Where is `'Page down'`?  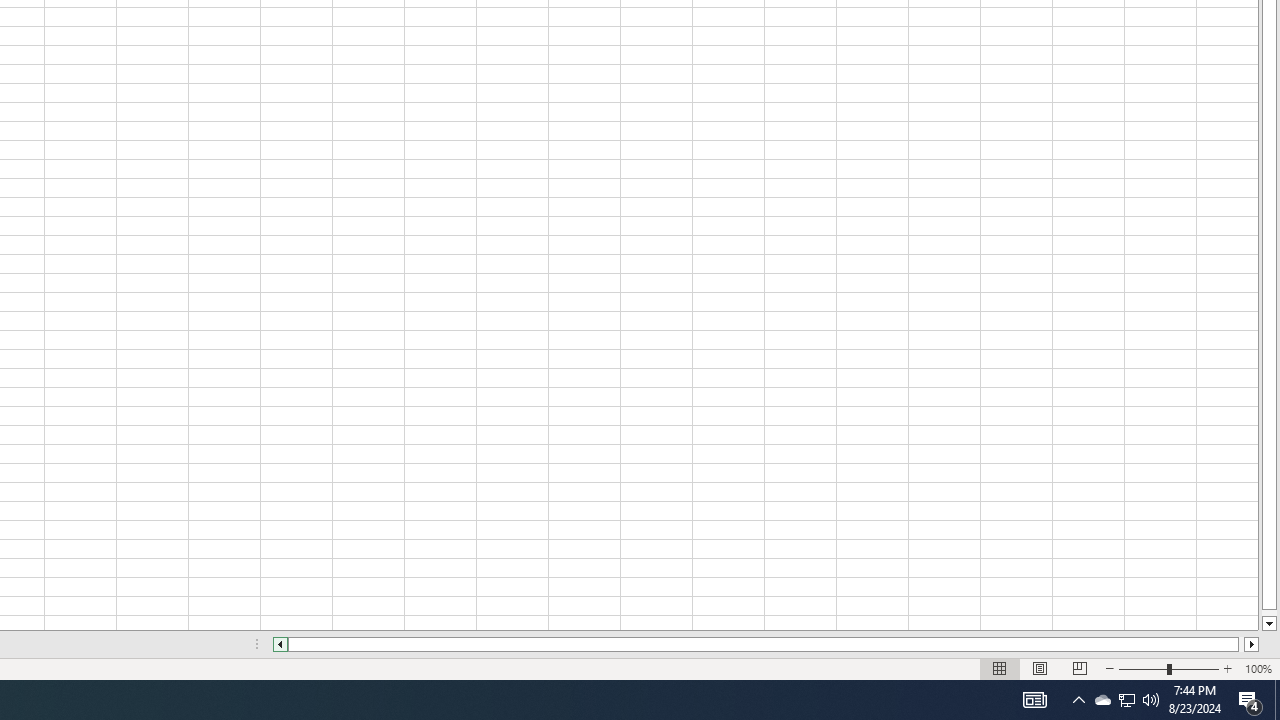
'Page down' is located at coordinates (1268, 612).